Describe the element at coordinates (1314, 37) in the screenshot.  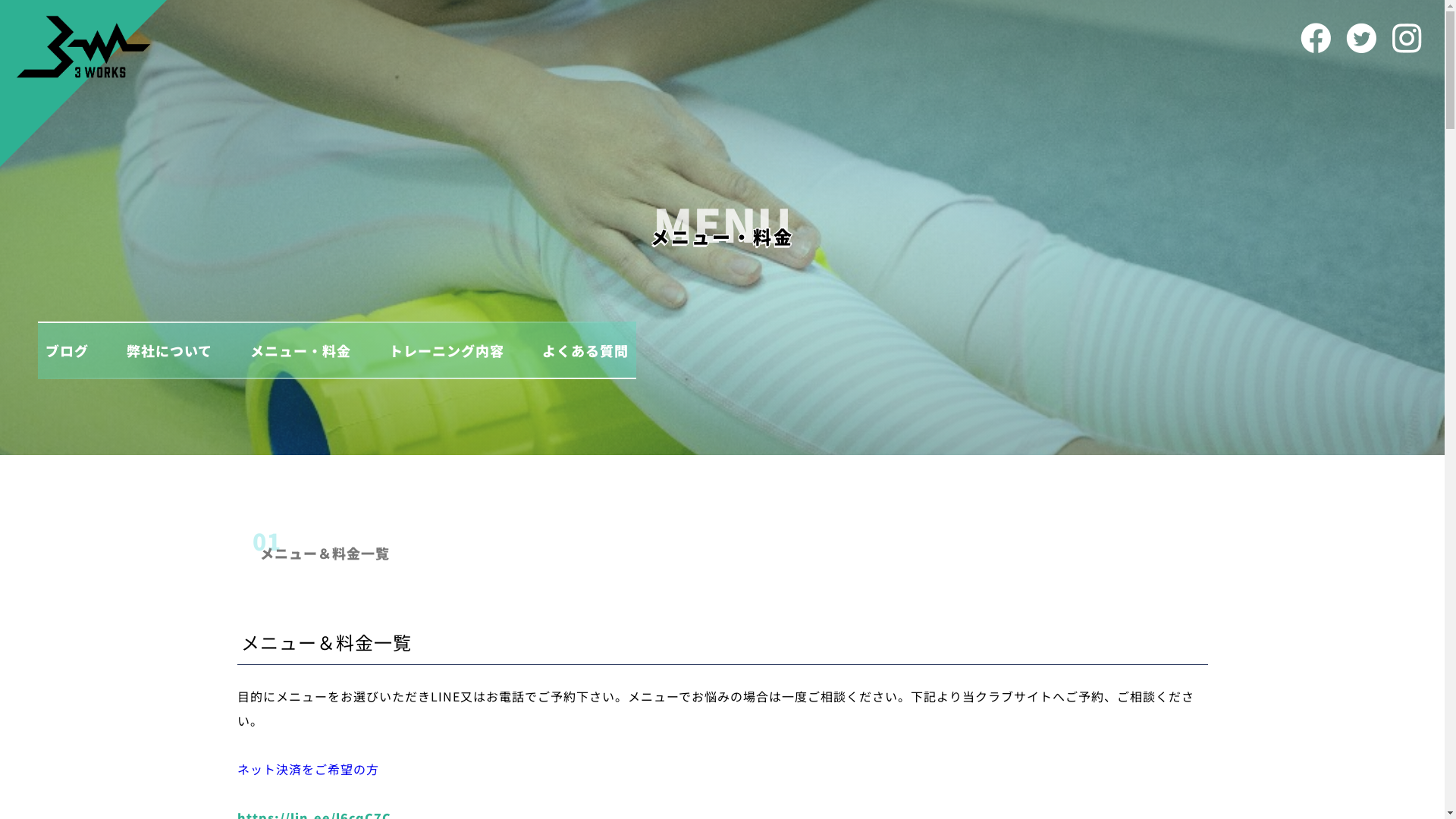
I see `'Facebook'` at that location.